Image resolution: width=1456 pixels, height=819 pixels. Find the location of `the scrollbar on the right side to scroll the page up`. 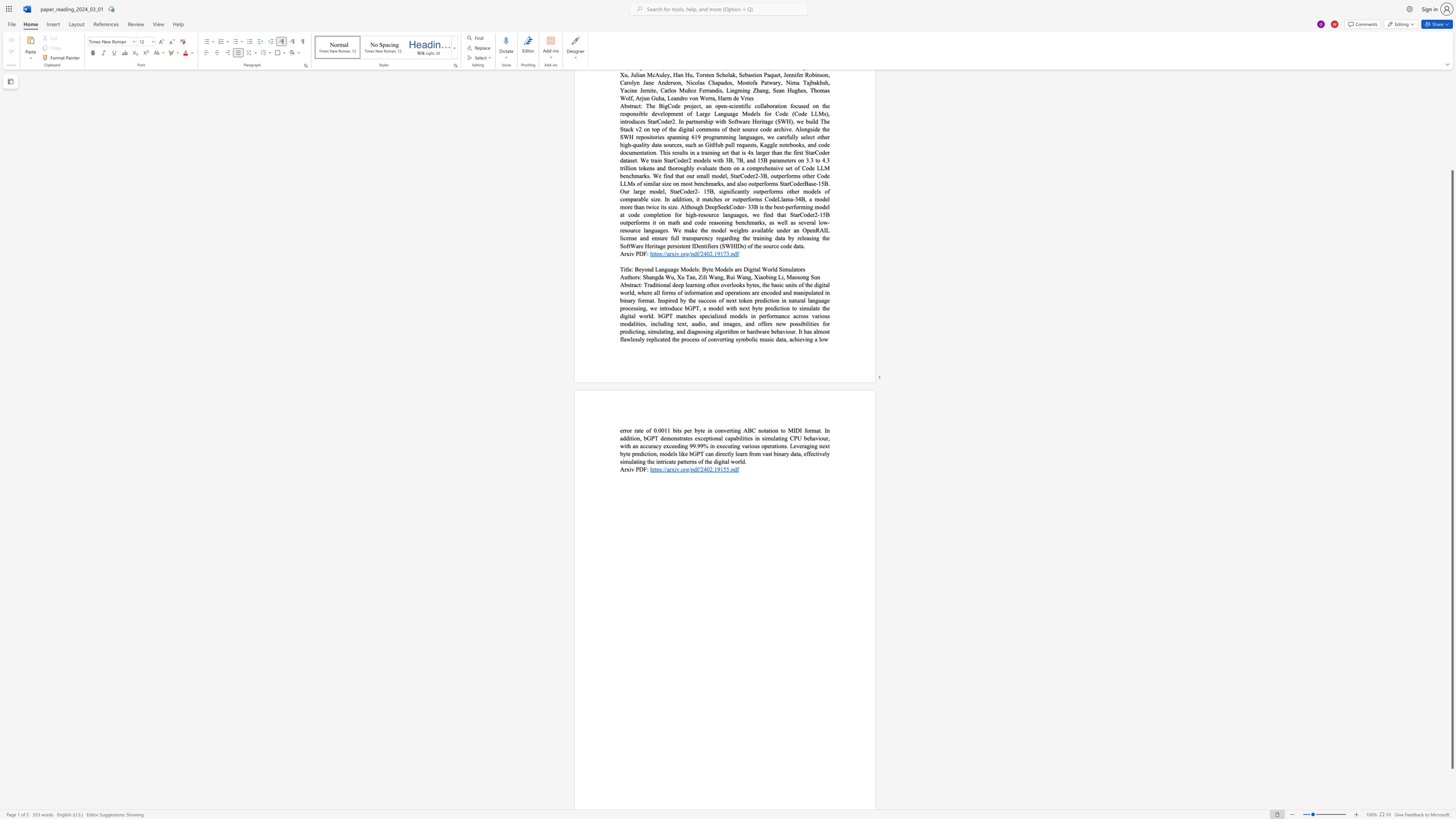

the scrollbar on the right side to scroll the page up is located at coordinates (1451, 90).